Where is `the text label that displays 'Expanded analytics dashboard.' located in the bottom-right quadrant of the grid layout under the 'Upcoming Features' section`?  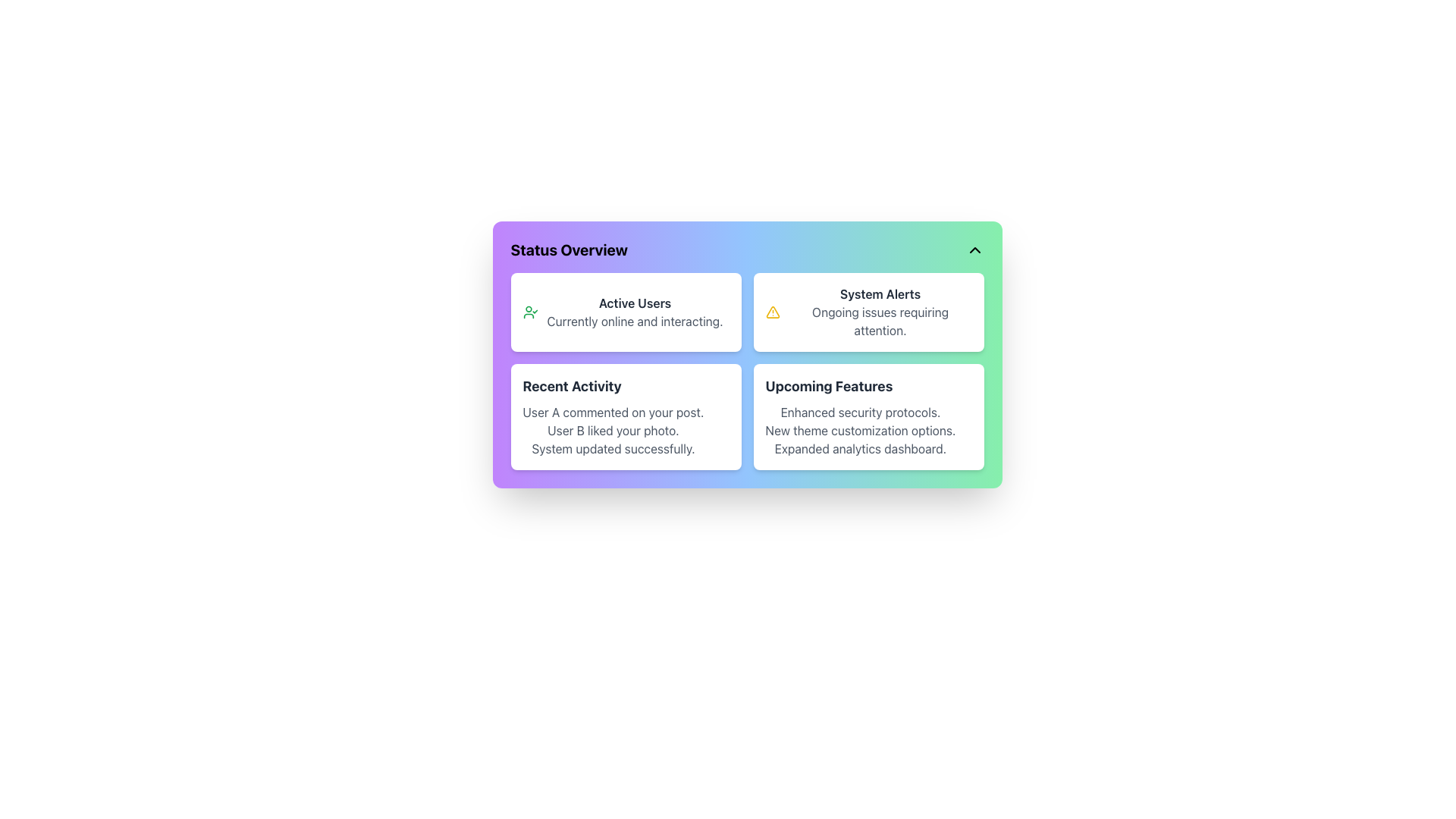
the text label that displays 'Expanded analytics dashboard.' located in the bottom-right quadrant of the grid layout under the 'Upcoming Features' section is located at coordinates (860, 447).